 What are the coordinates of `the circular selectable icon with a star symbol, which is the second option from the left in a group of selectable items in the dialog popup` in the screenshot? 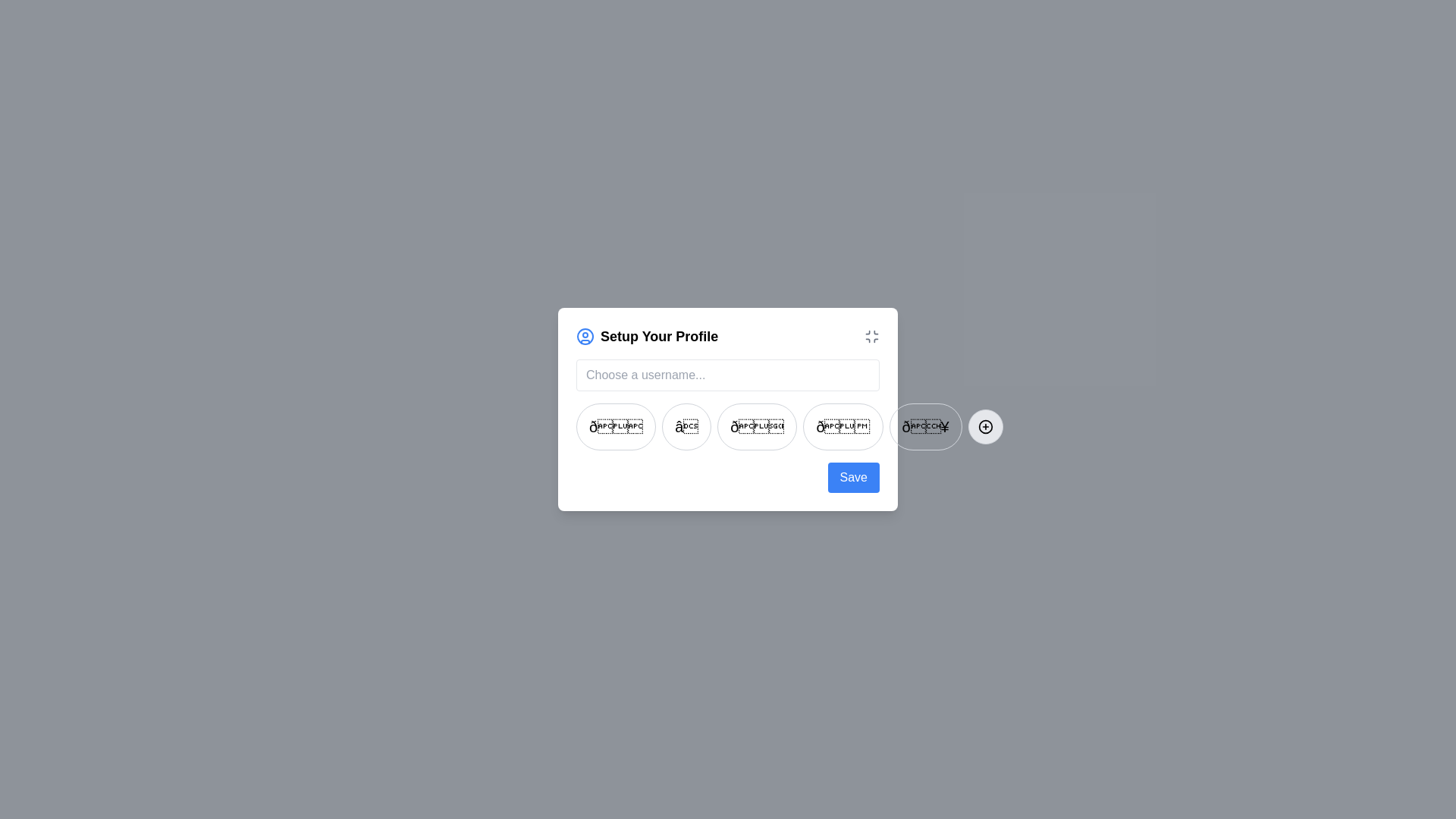 It's located at (686, 427).